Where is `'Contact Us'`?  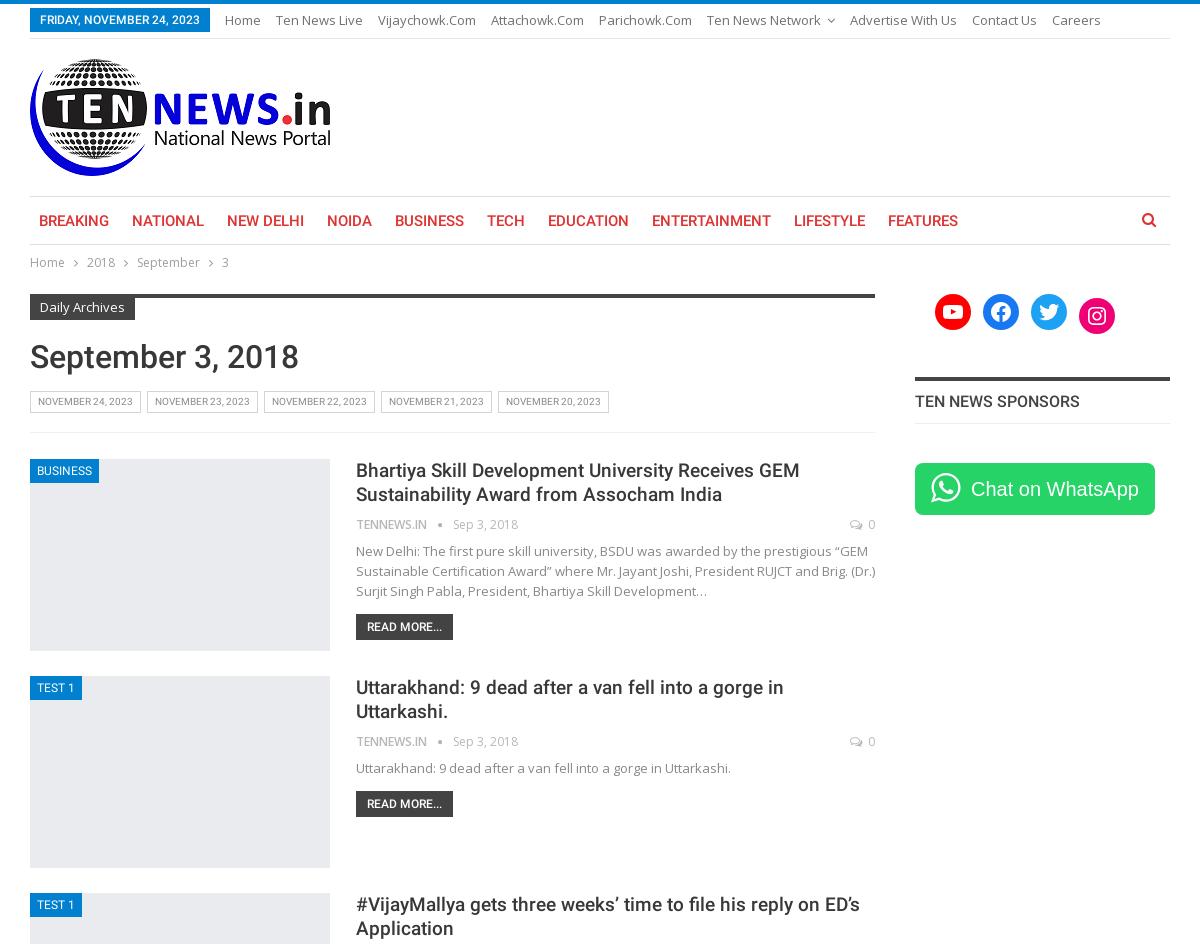 'Contact Us' is located at coordinates (972, 20).